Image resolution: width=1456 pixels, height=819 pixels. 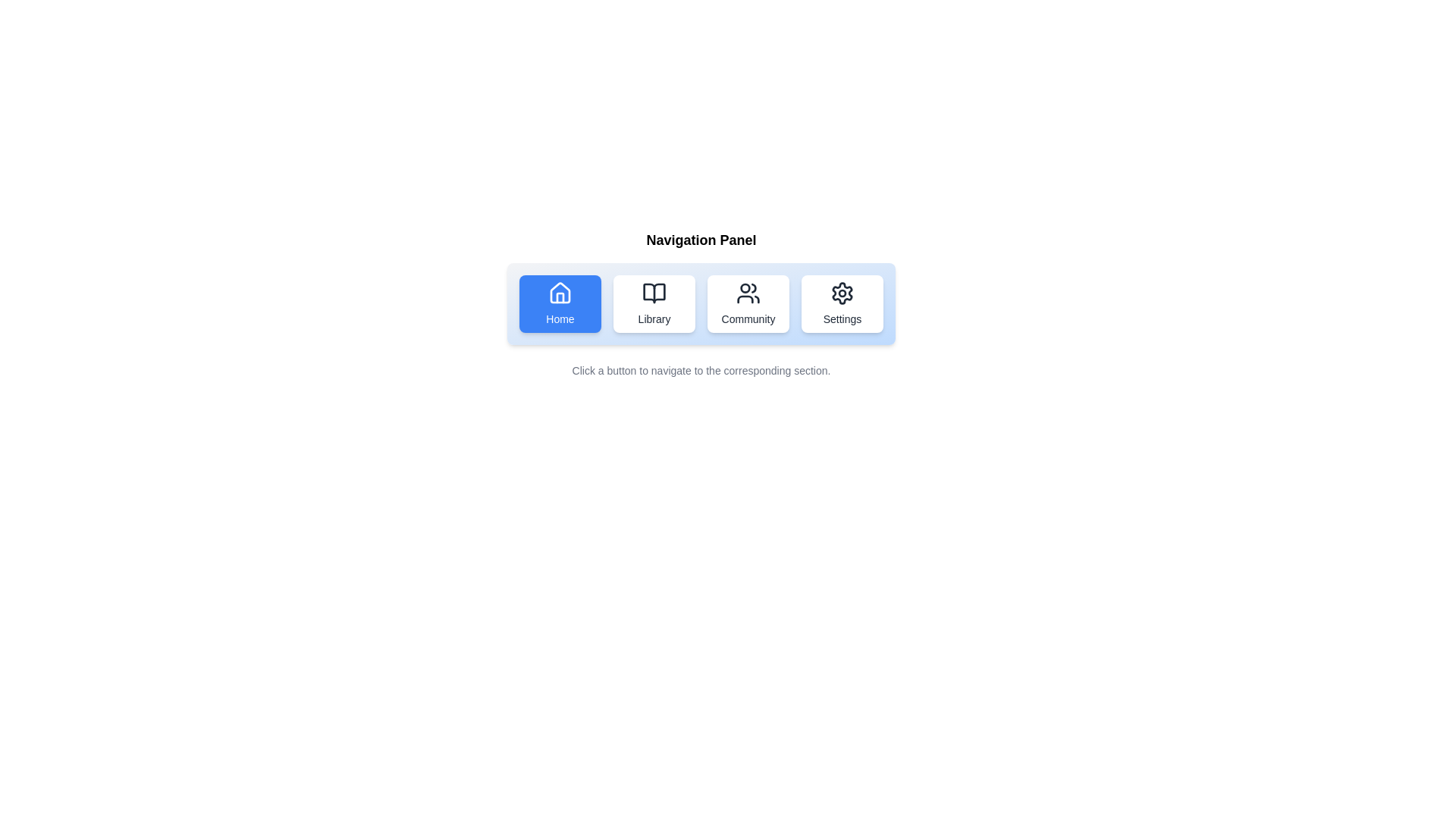 I want to click on the 'Navigation Panel' label, which is a bold, large font text element centrally aligned above the navigation buttons, so click(x=701, y=239).